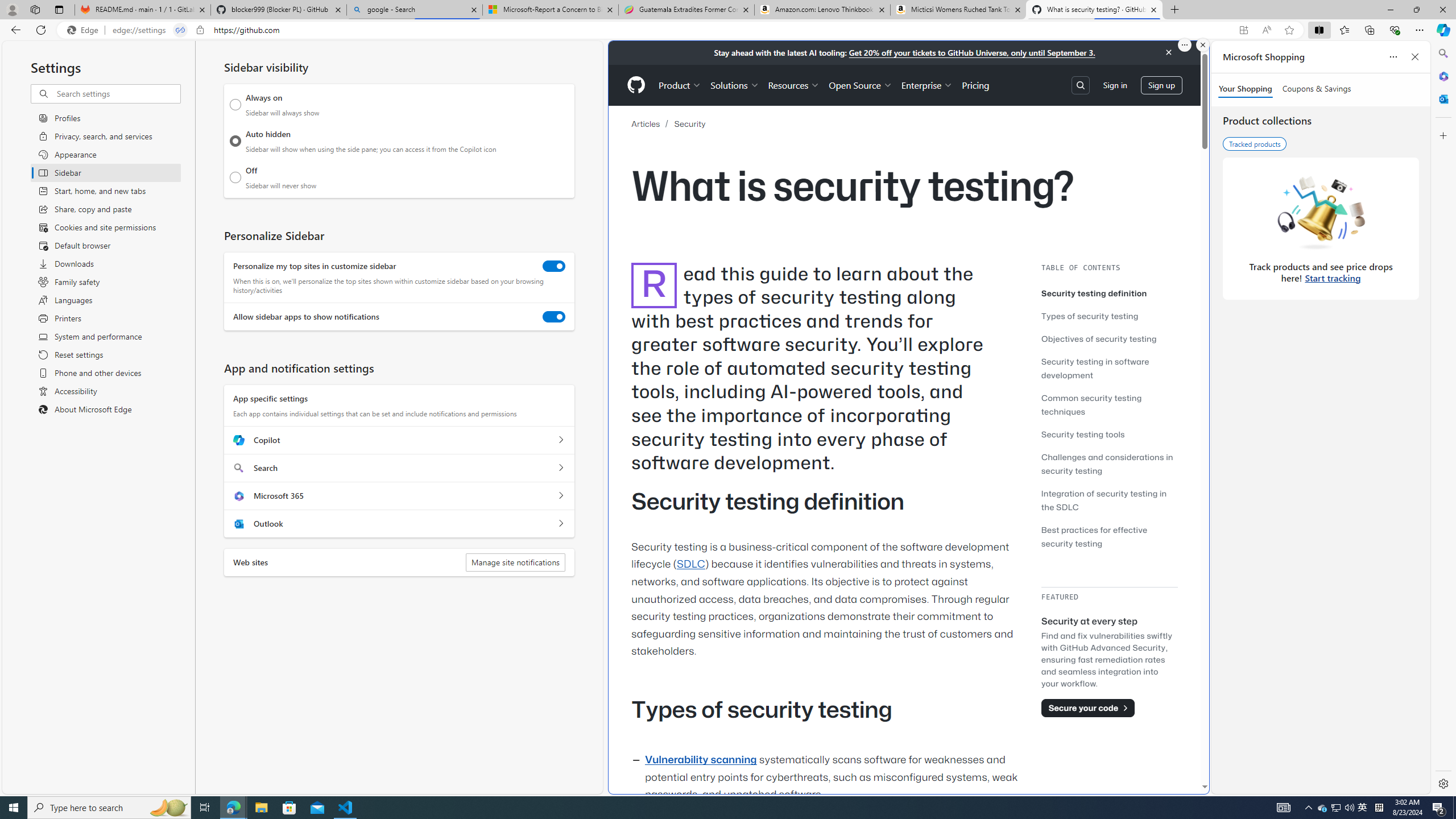  Describe the element at coordinates (735, 85) in the screenshot. I see `'Solutions'` at that location.